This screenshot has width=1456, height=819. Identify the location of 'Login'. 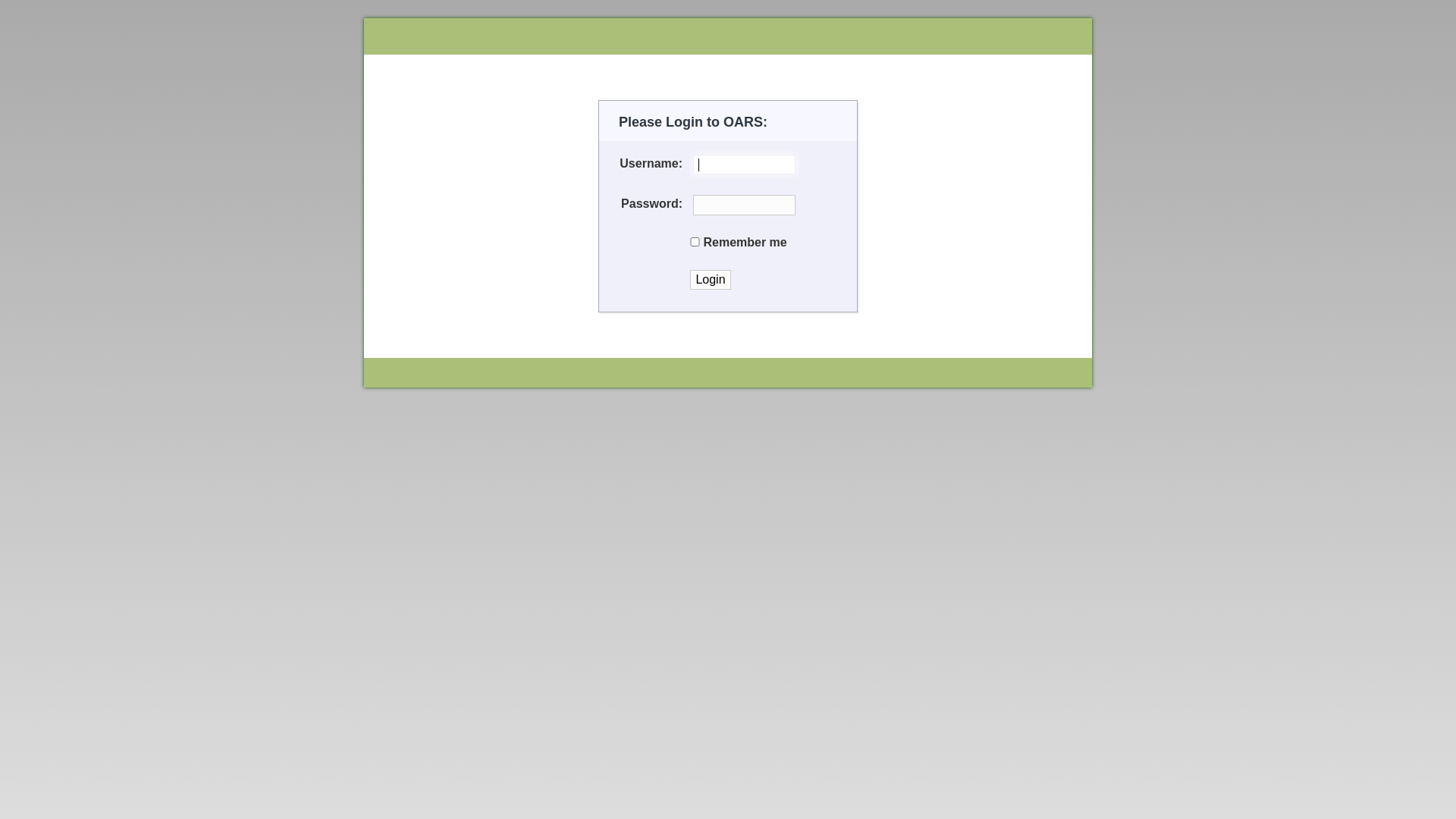
(709, 280).